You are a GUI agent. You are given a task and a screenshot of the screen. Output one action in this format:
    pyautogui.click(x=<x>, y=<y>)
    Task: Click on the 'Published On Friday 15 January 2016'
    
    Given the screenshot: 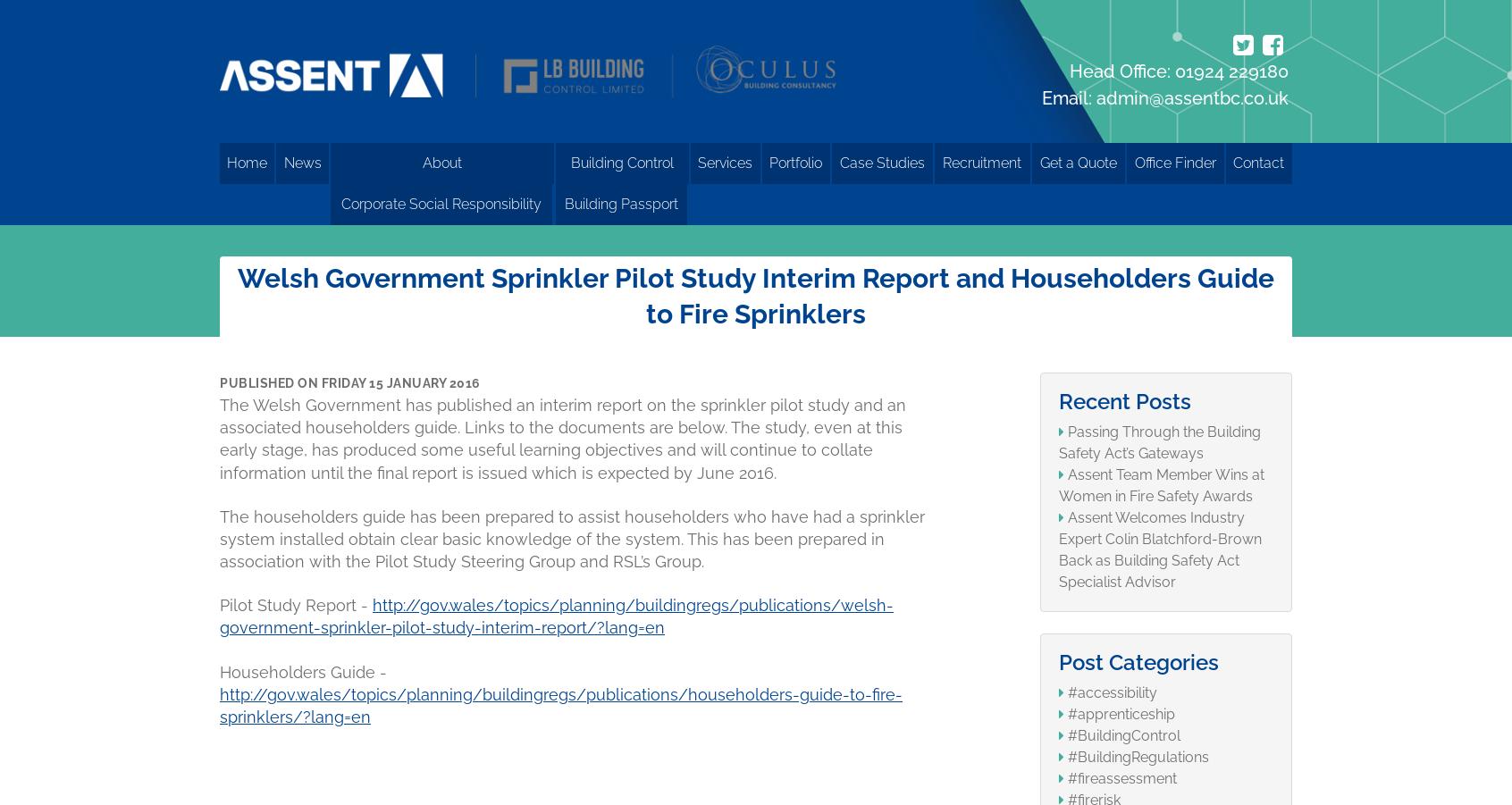 What is the action you would take?
    pyautogui.click(x=349, y=381)
    